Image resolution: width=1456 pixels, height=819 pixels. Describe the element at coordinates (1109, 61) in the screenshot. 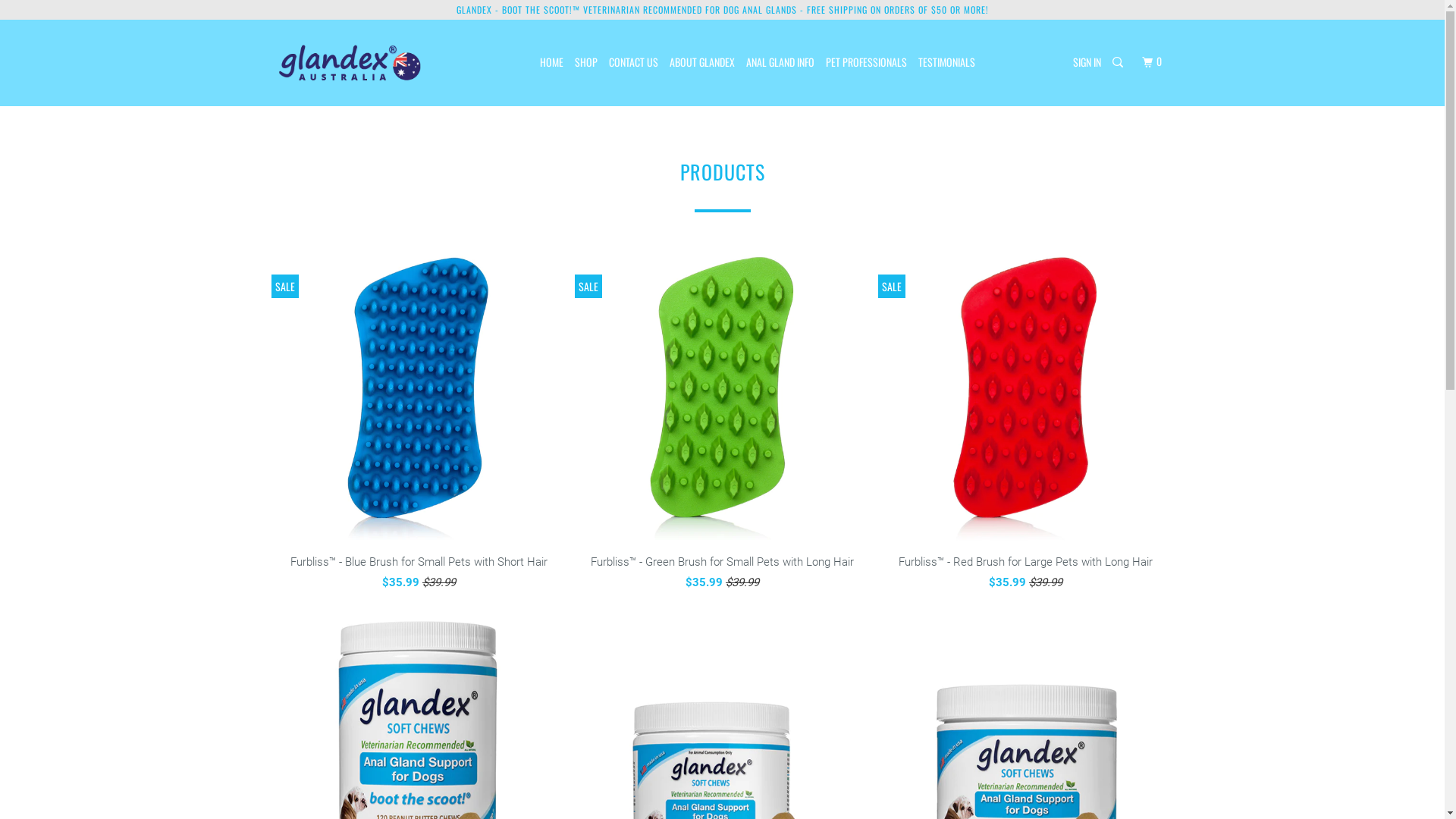

I see `'Search'` at that location.